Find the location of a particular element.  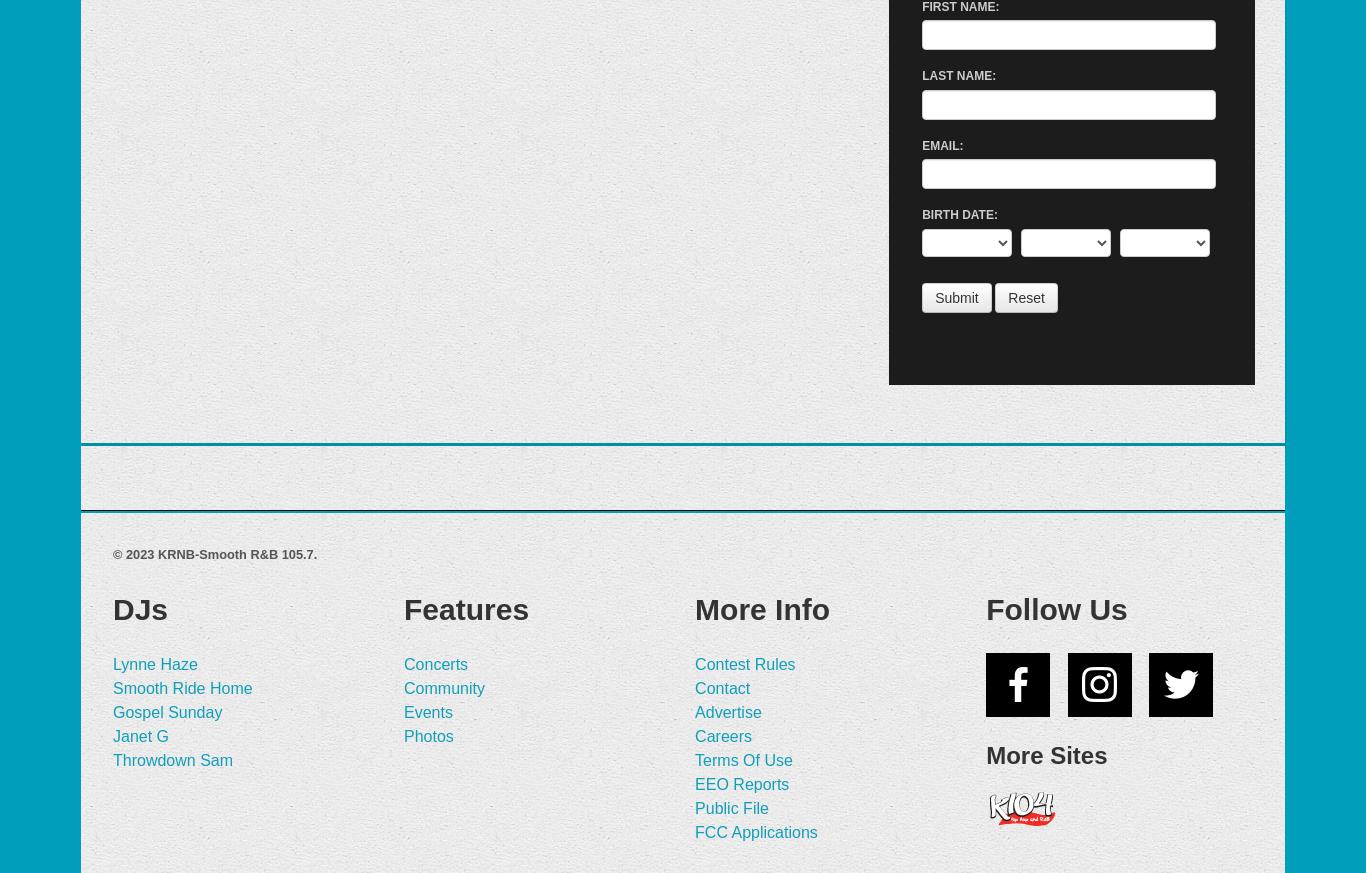

'More Sites' is located at coordinates (1045, 754).